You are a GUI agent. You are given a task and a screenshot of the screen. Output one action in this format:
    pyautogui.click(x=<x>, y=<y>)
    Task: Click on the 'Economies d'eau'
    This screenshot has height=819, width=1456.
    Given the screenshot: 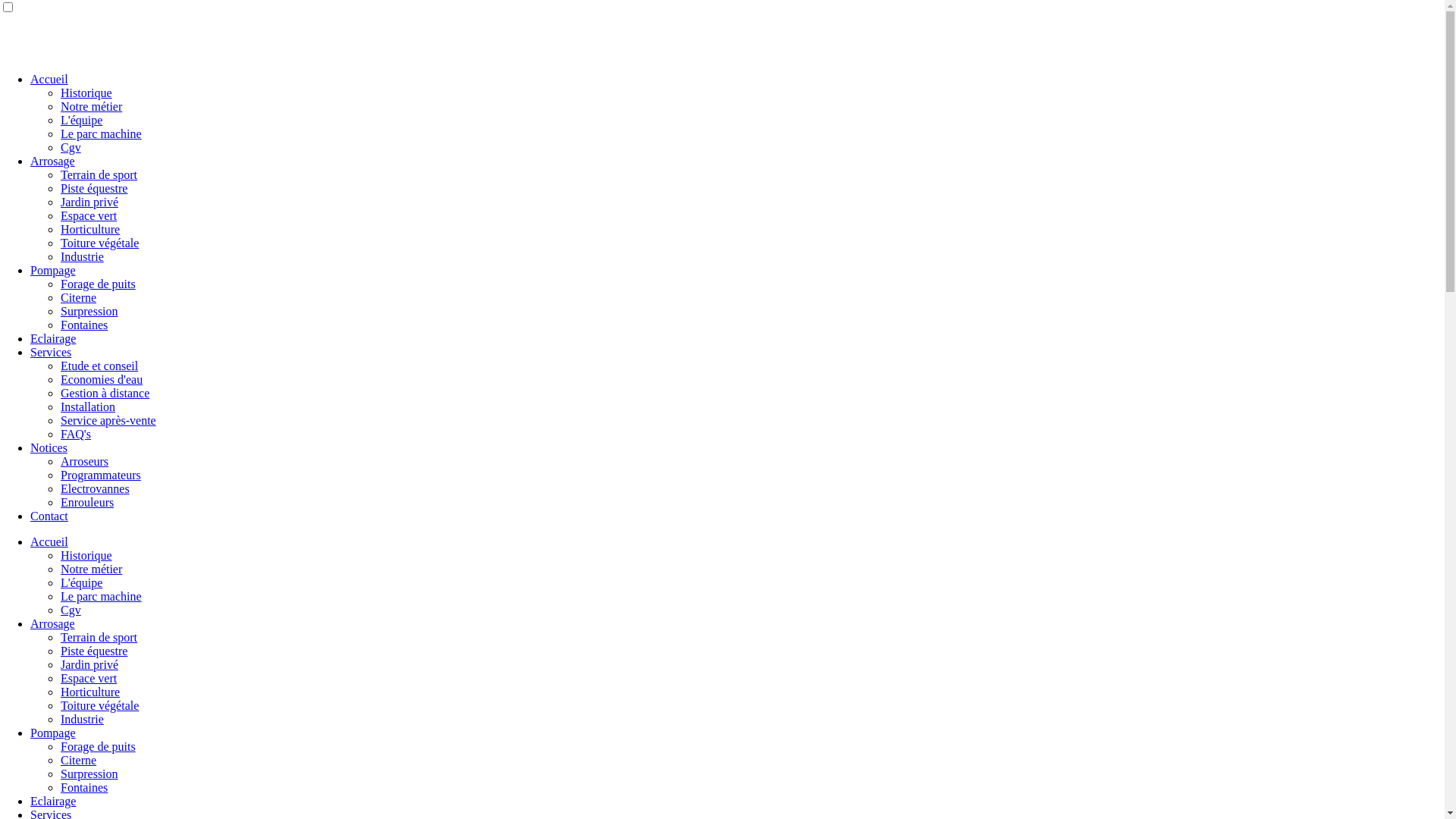 What is the action you would take?
    pyautogui.click(x=61, y=378)
    